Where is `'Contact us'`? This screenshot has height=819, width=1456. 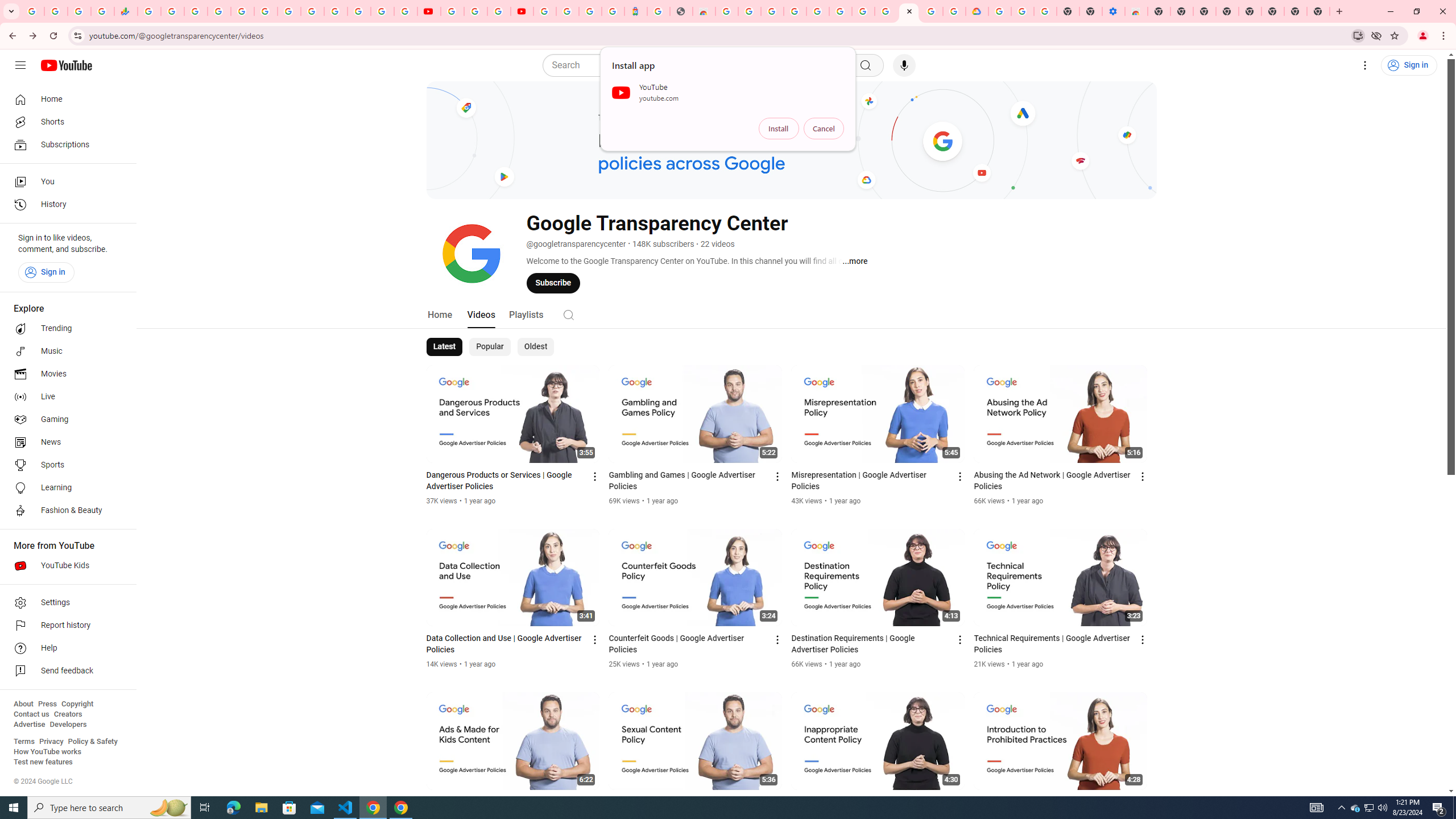 'Contact us' is located at coordinates (31, 714).